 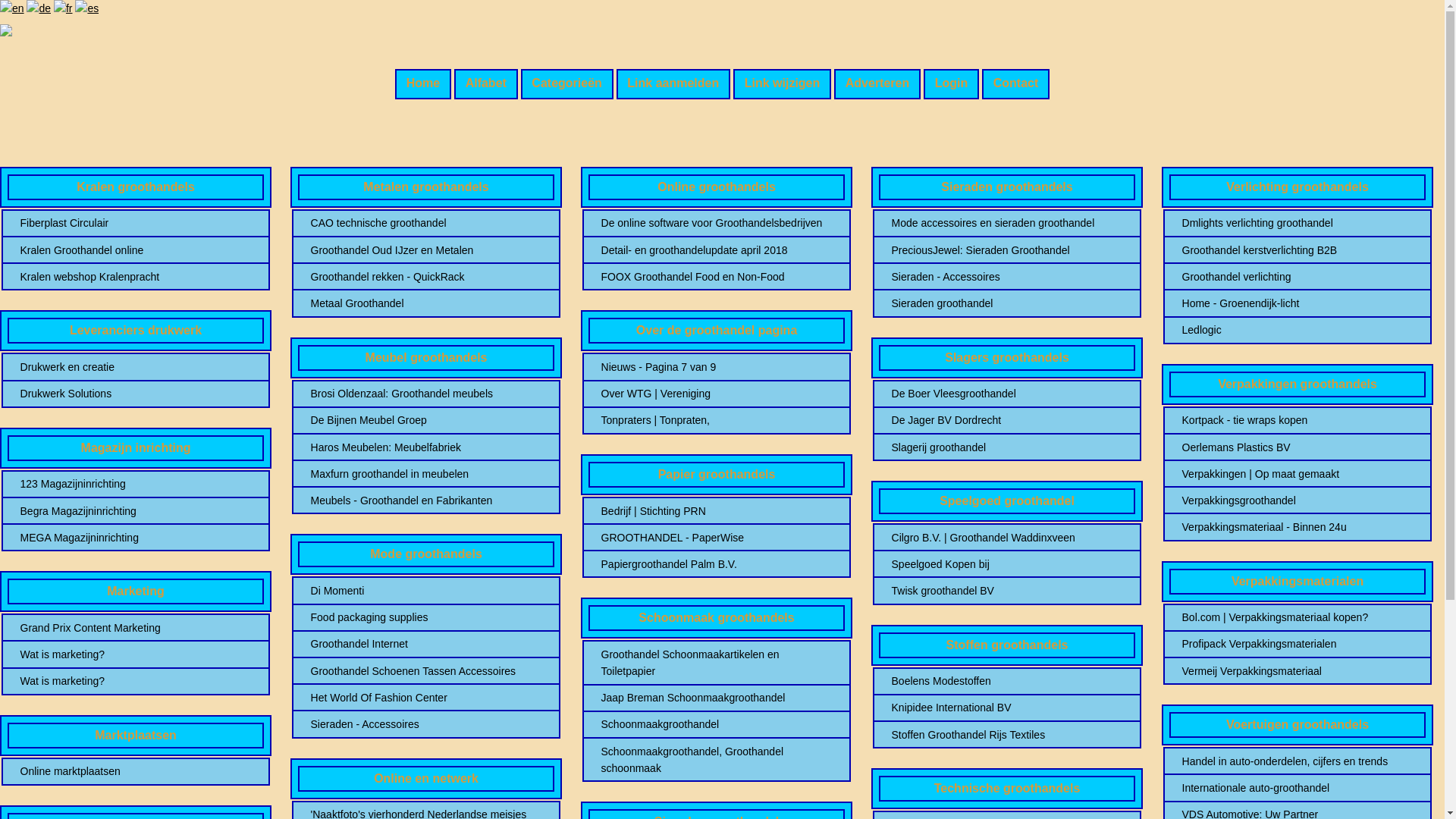 I want to click on 'Metaal Groothandel', so click(x=425, y=303).